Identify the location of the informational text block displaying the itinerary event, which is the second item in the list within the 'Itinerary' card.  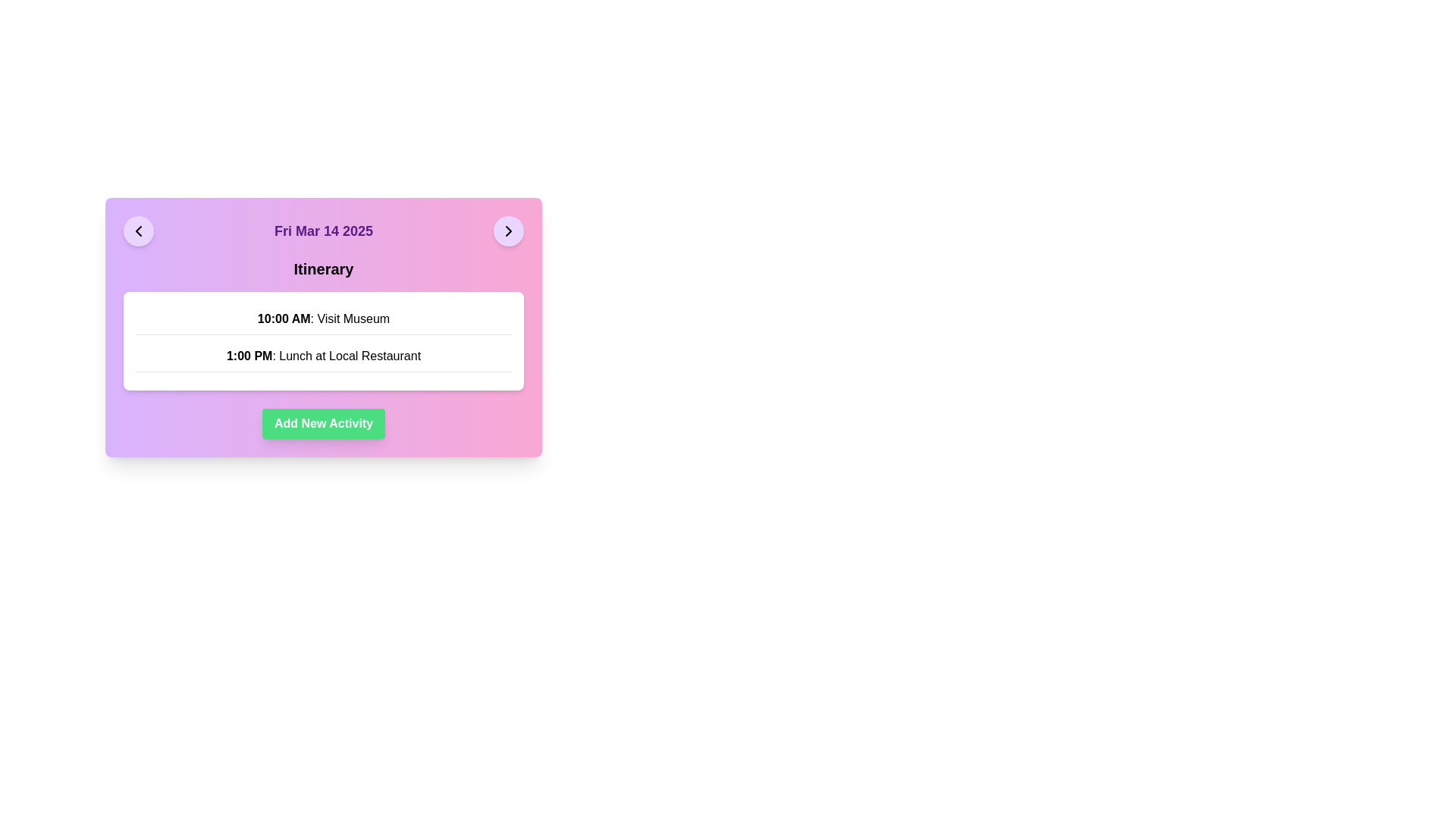
(323, 356).